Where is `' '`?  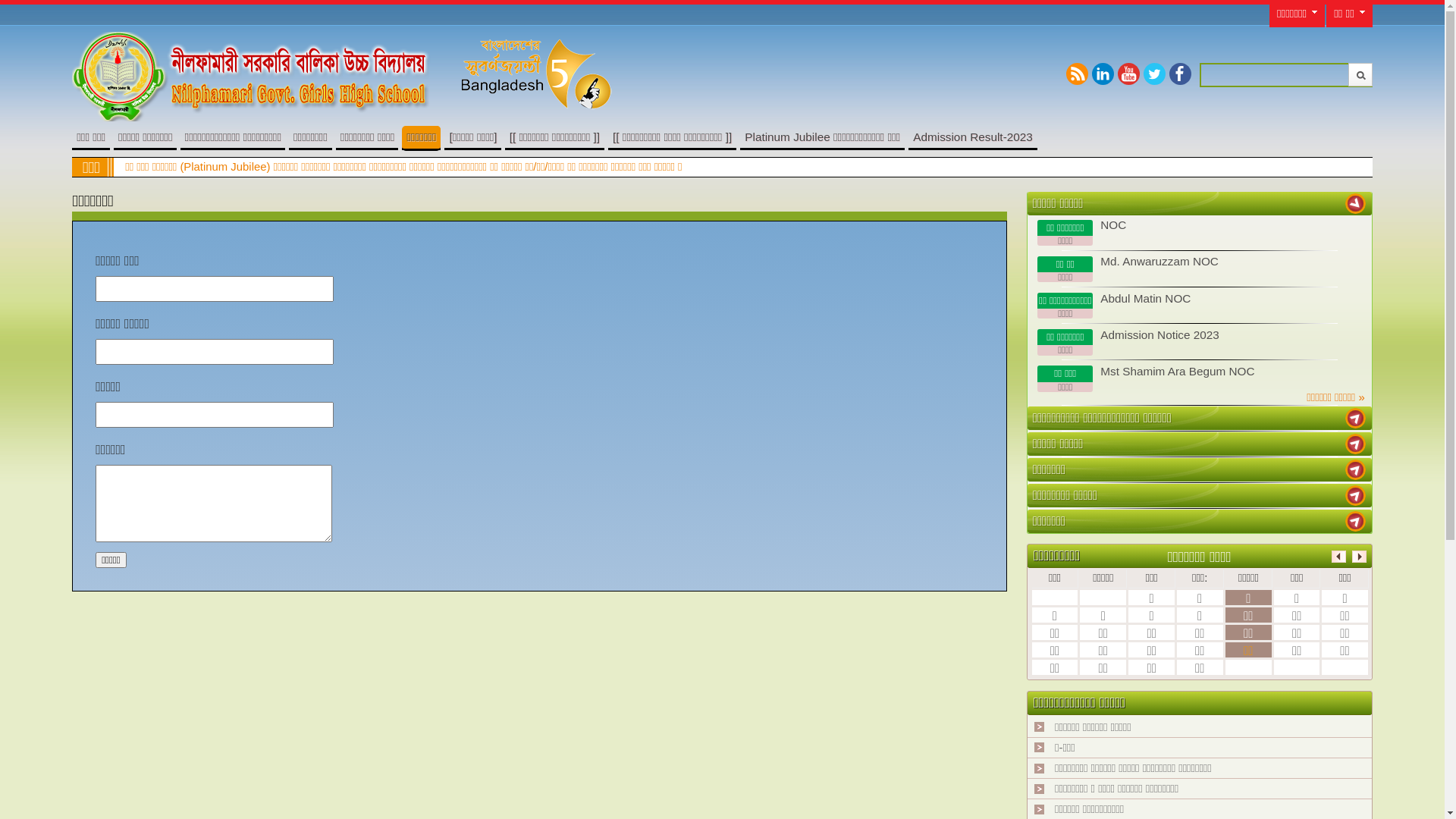 ' ' is located at coordinates (1345, 444).